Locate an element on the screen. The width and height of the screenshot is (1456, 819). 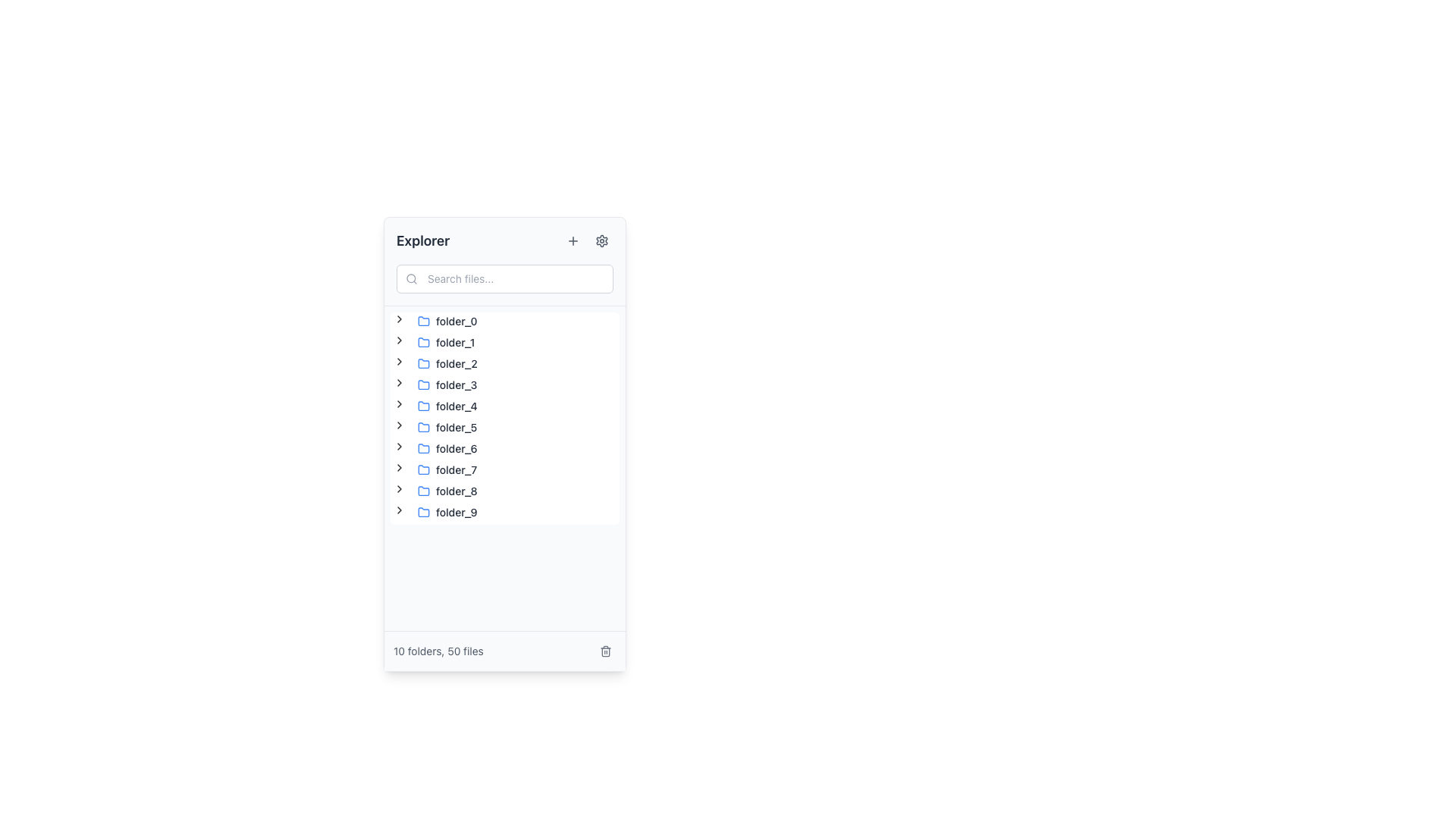
the rightward-pointing chevron icon next to the label 'folder_7' is located at coordinates (400, 467).